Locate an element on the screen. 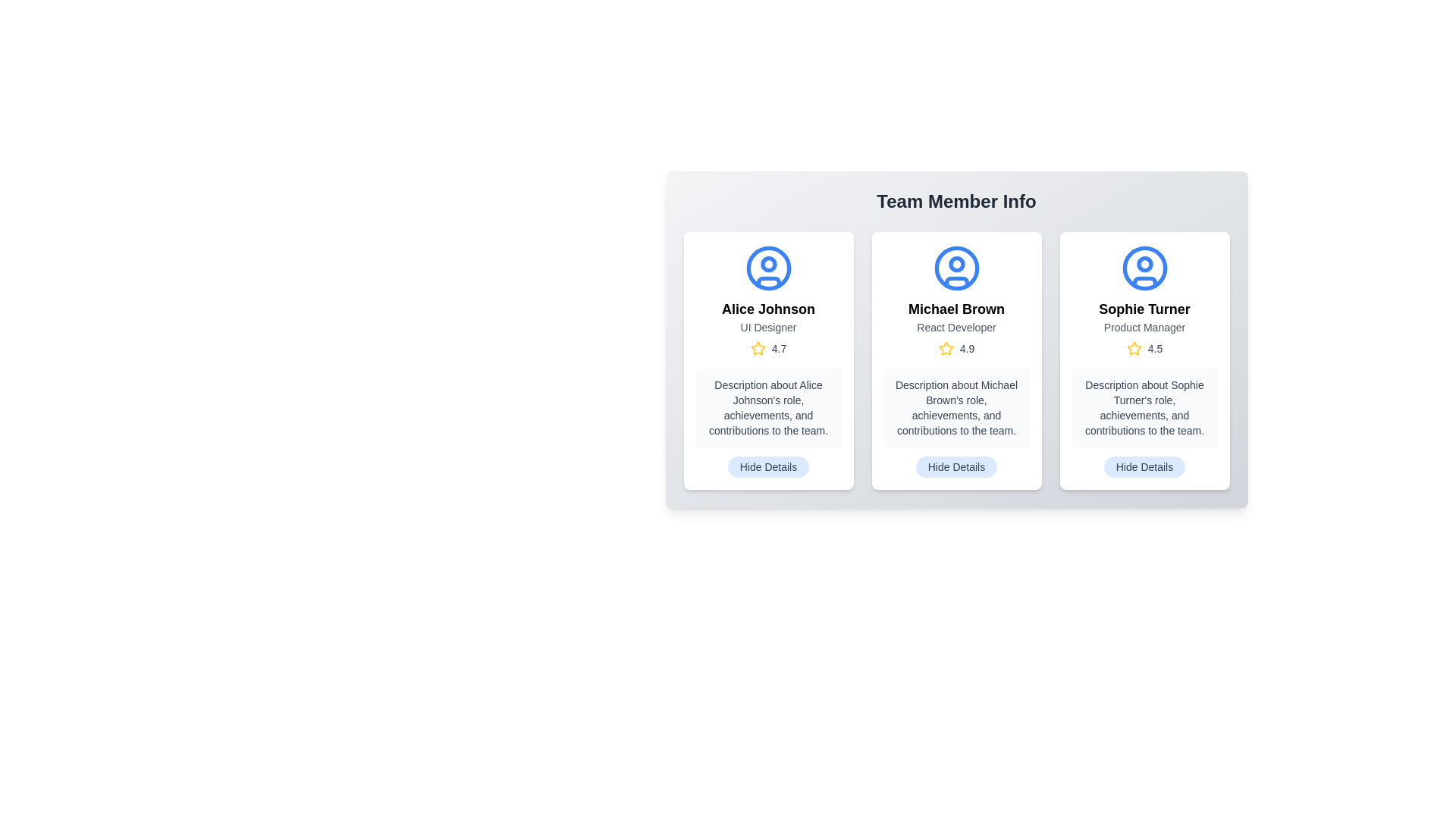 Image resolution: width=1456 pixels, height=819 pixels. the toggle button located at the bottom-center of Alice Johnson's details card to change its visual state is located at coordinates (768, 466).